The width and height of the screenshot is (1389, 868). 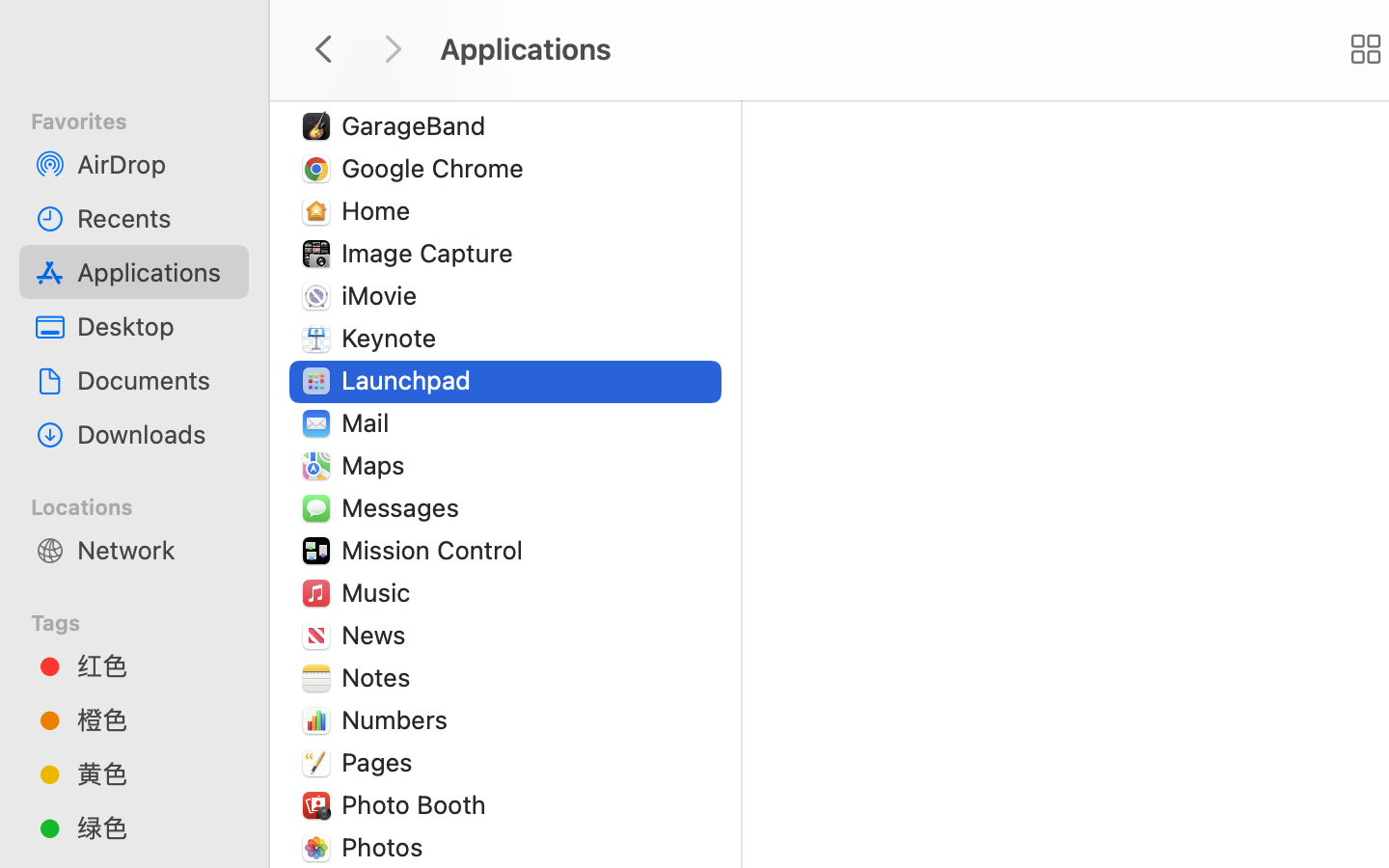 What do you see at coordinates (153, 217) in the screenshot?
I see `'Recents'` at bounding box center [153, 217].